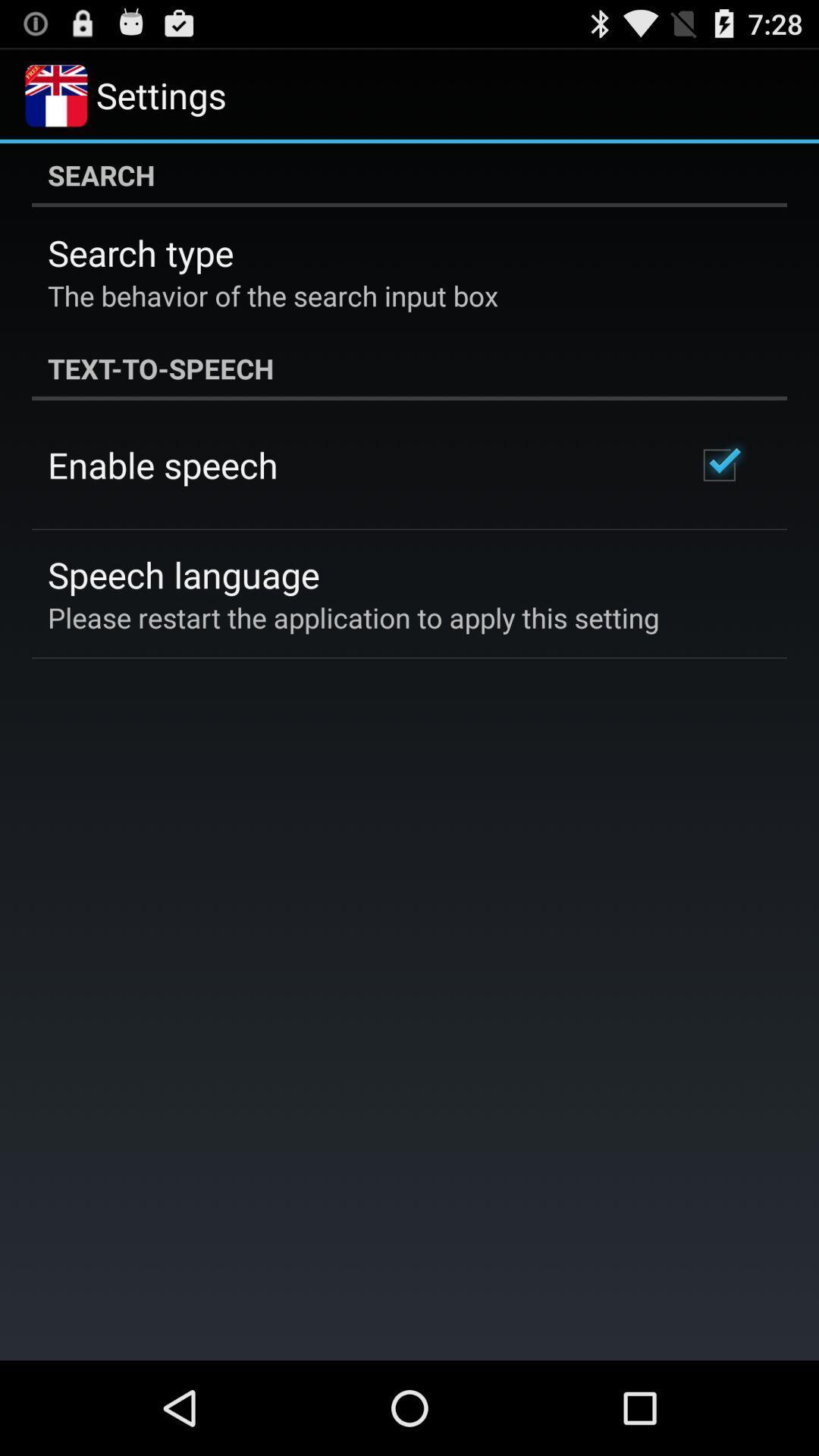 Image resolution: width=819 pixels, height=1456 pixels. I want to click on item next to enable speech icon, so click(718, 464).